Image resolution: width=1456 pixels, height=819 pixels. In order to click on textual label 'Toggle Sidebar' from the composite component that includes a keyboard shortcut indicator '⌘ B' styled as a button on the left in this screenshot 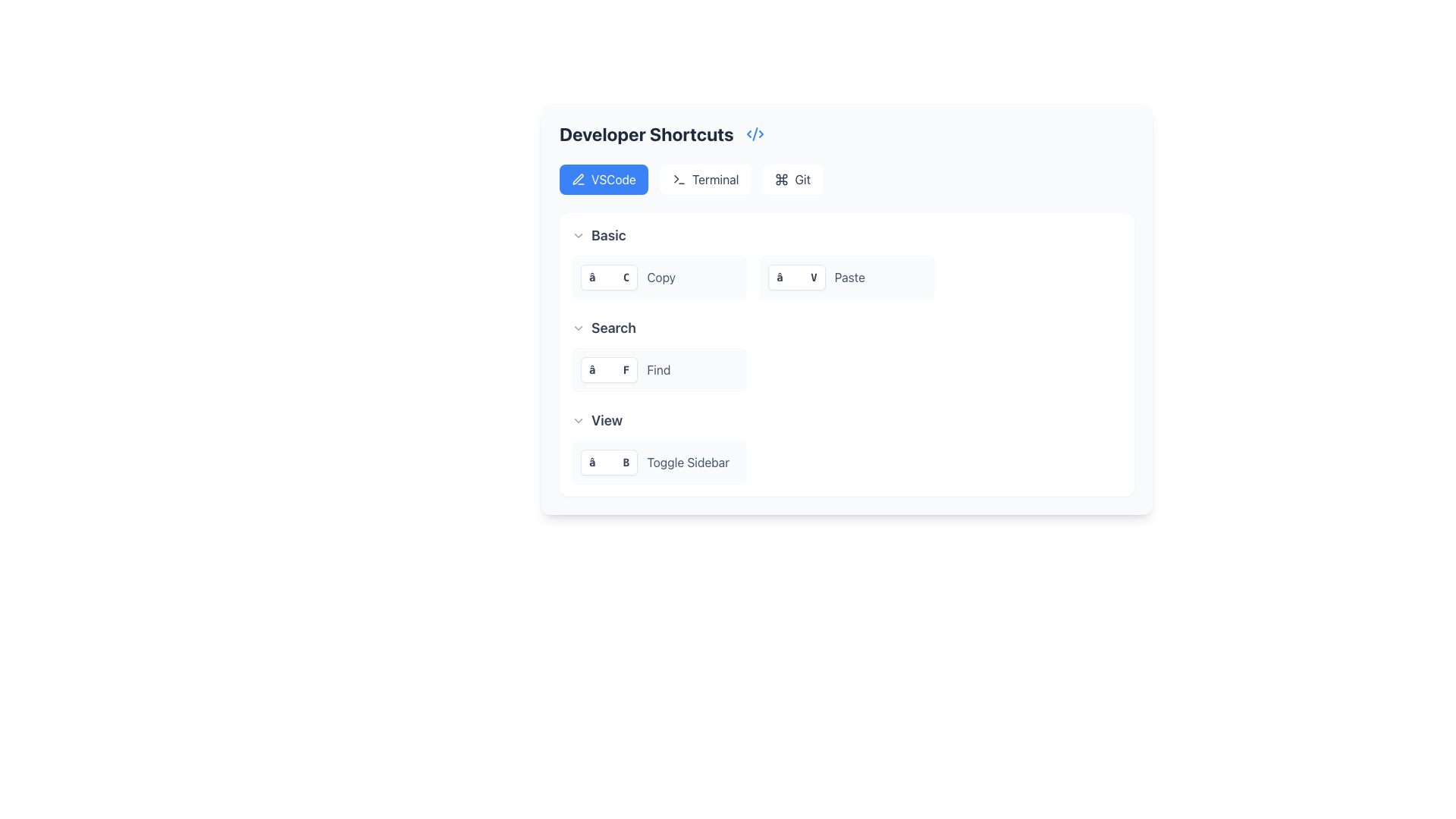, I will do `click(659, 461)`.